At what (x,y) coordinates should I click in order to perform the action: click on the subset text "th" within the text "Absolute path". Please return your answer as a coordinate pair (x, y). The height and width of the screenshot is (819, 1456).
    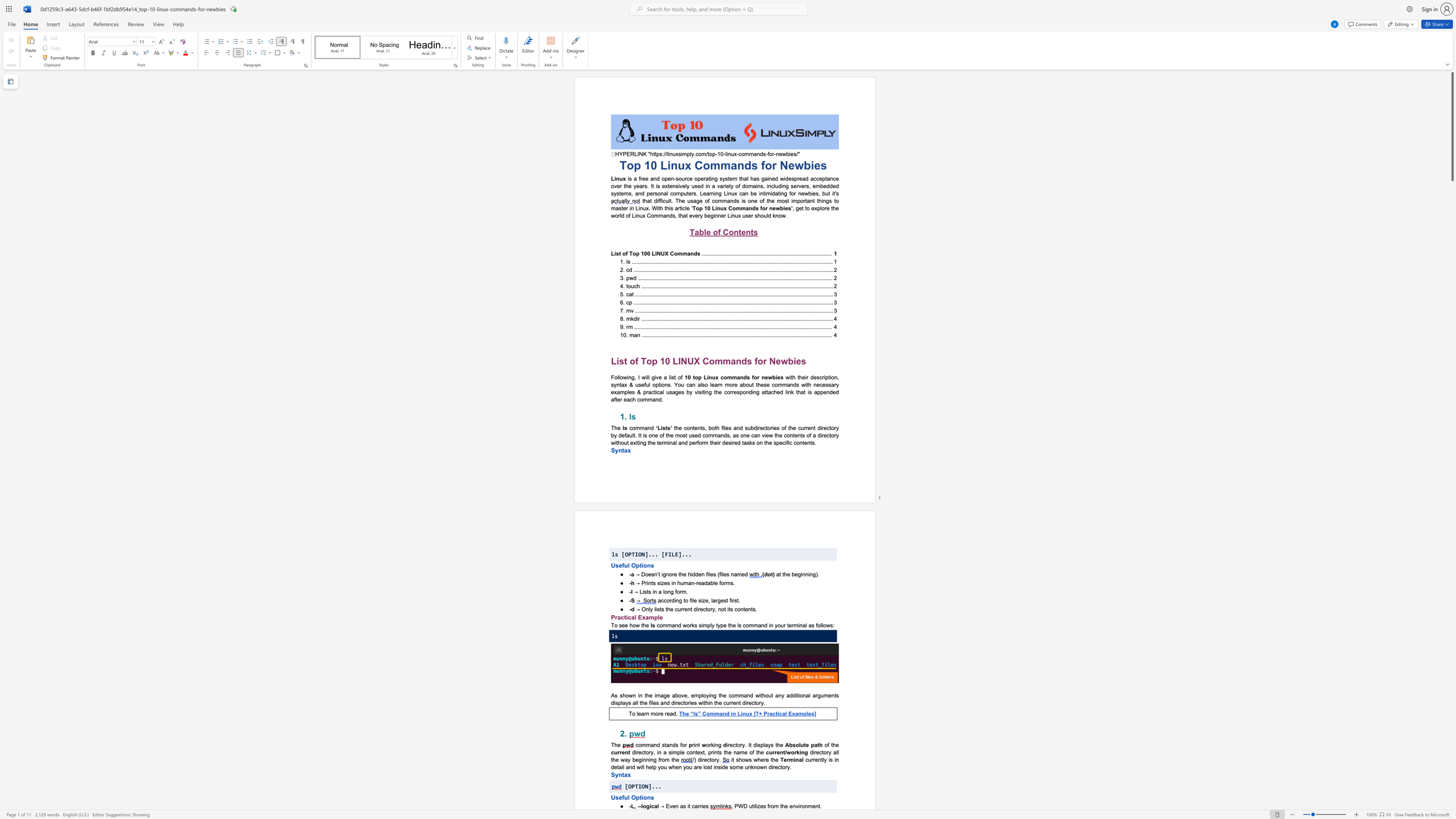
    Looking at the image, I should click on (817, 744).